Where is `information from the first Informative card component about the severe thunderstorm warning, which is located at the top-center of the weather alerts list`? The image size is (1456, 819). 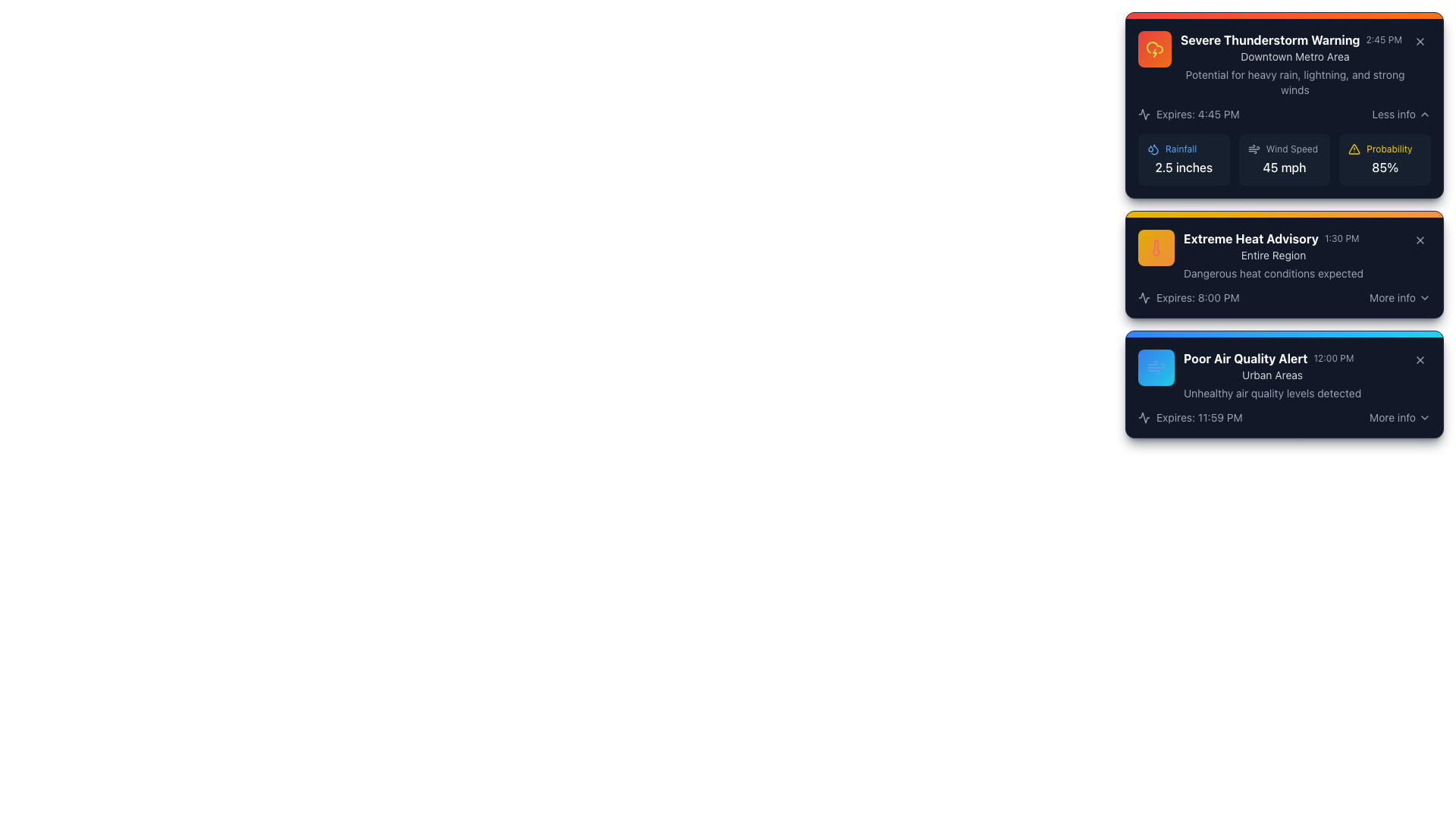 information from the first Informative card component about the severe thunderstorm warning, which is located at the top-center of the weather alerts list is located at coordinates (1294, 63).